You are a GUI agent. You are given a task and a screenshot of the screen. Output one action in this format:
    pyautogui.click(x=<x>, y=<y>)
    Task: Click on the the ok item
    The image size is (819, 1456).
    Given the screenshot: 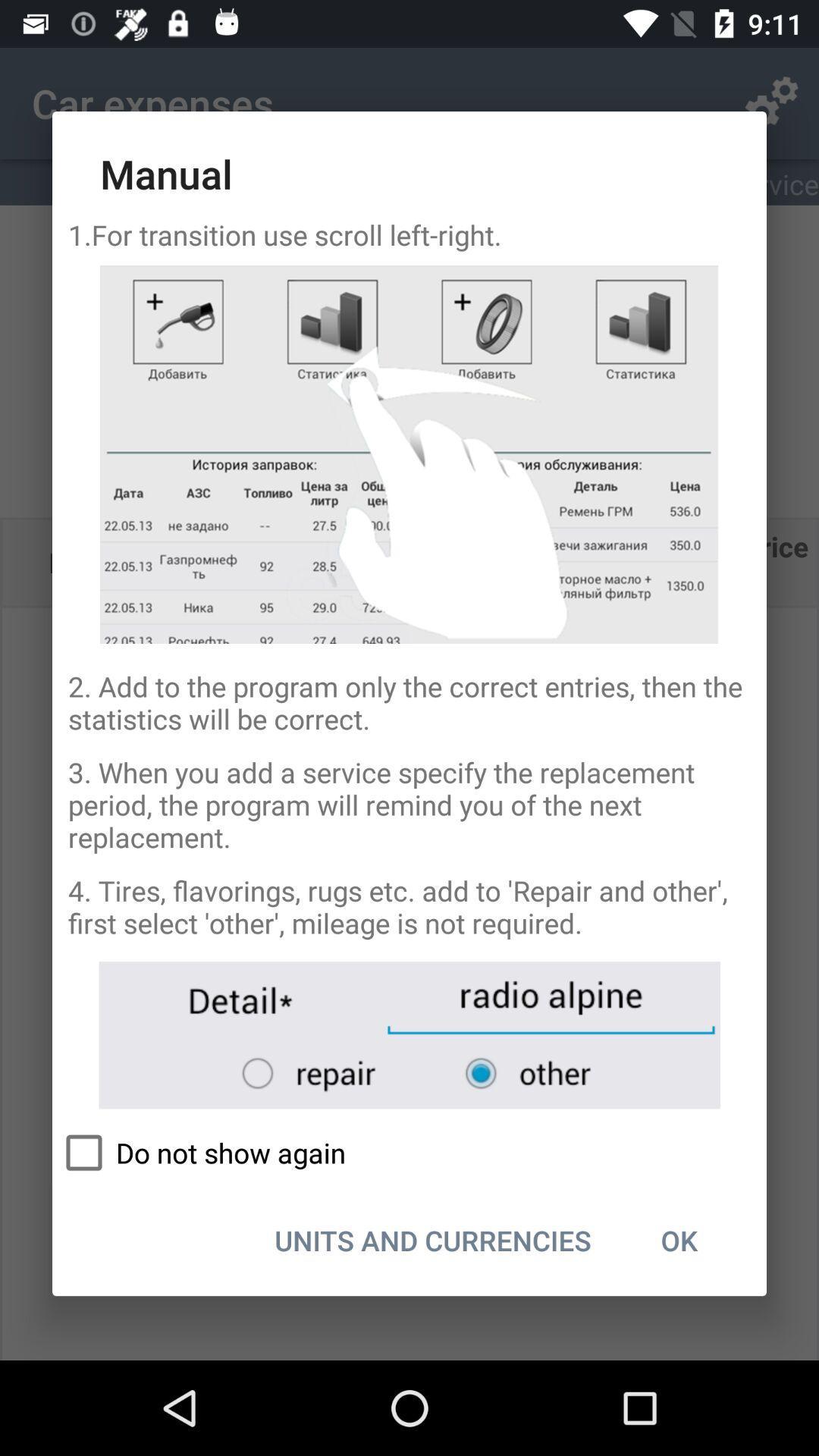 What is the action you would take?
    pyautogui.click(x=678, y=1240)
    